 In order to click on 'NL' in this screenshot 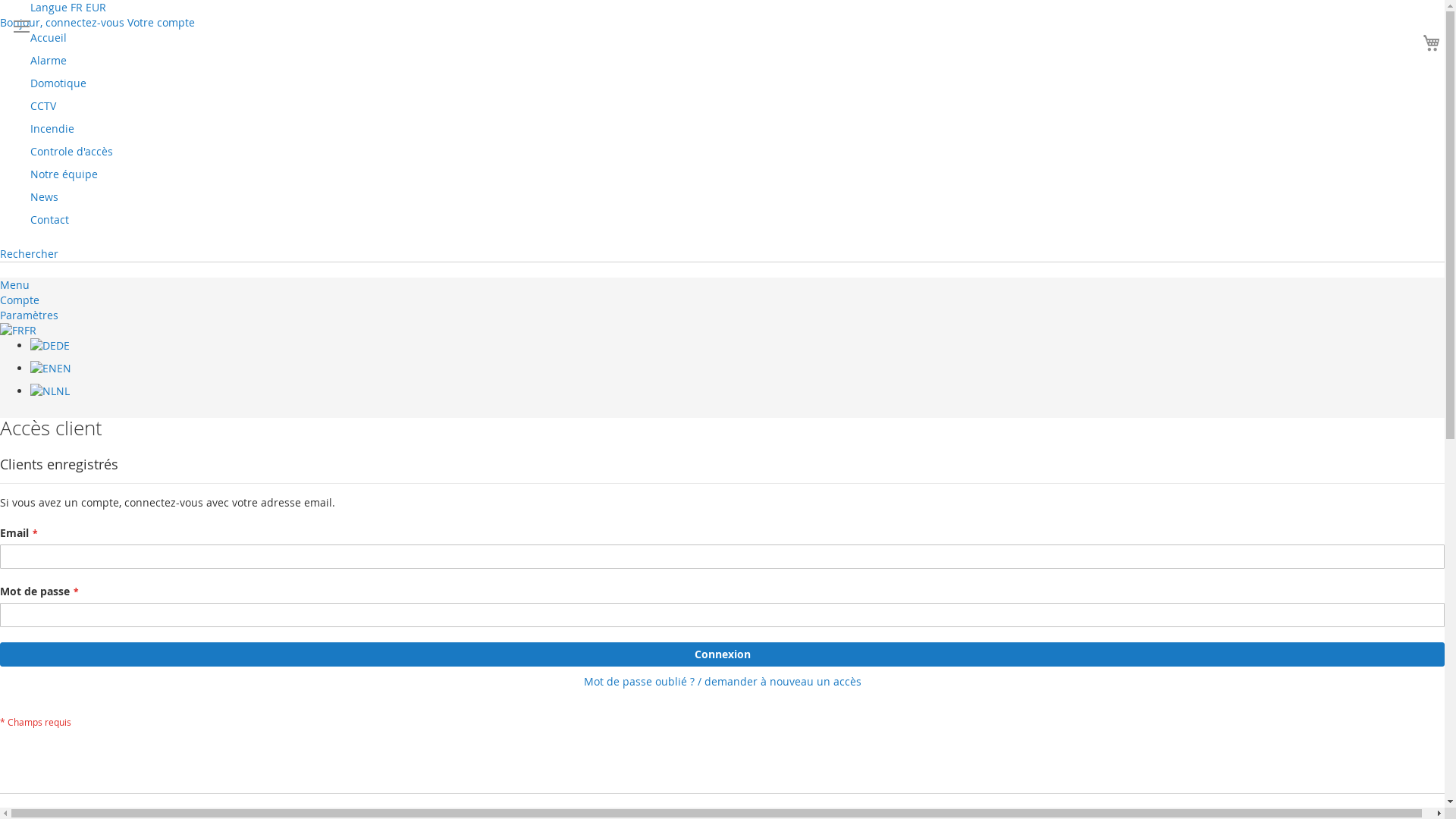, I will do `click(30, 390)`.